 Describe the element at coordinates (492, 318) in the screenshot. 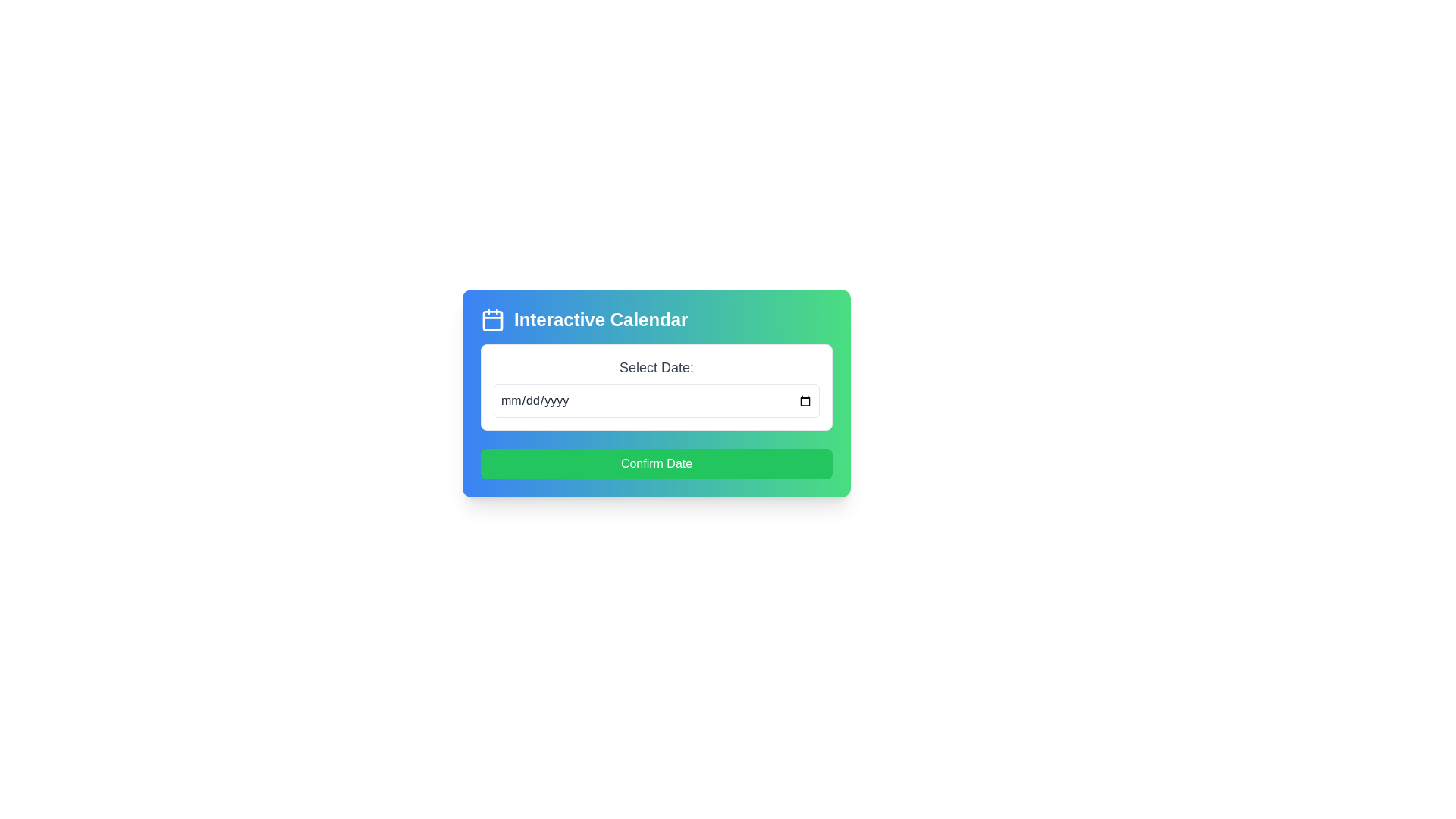

I see `the square calendar icon with a blue background located next to the title text 'Interactive Calendar'` at that location.